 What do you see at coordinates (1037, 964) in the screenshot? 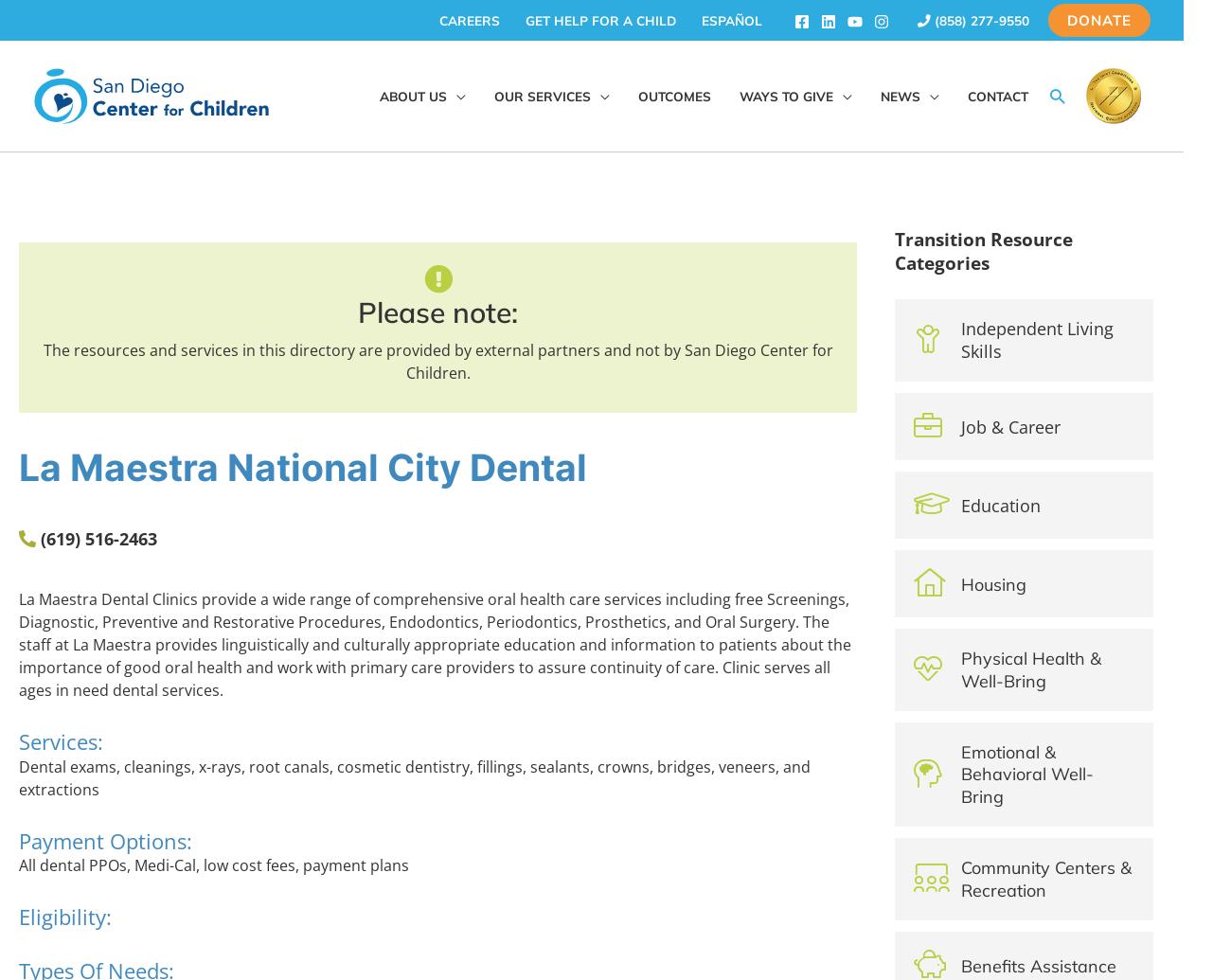
I see `'Benefits Assistance'` at bounding box center [1037, 964].